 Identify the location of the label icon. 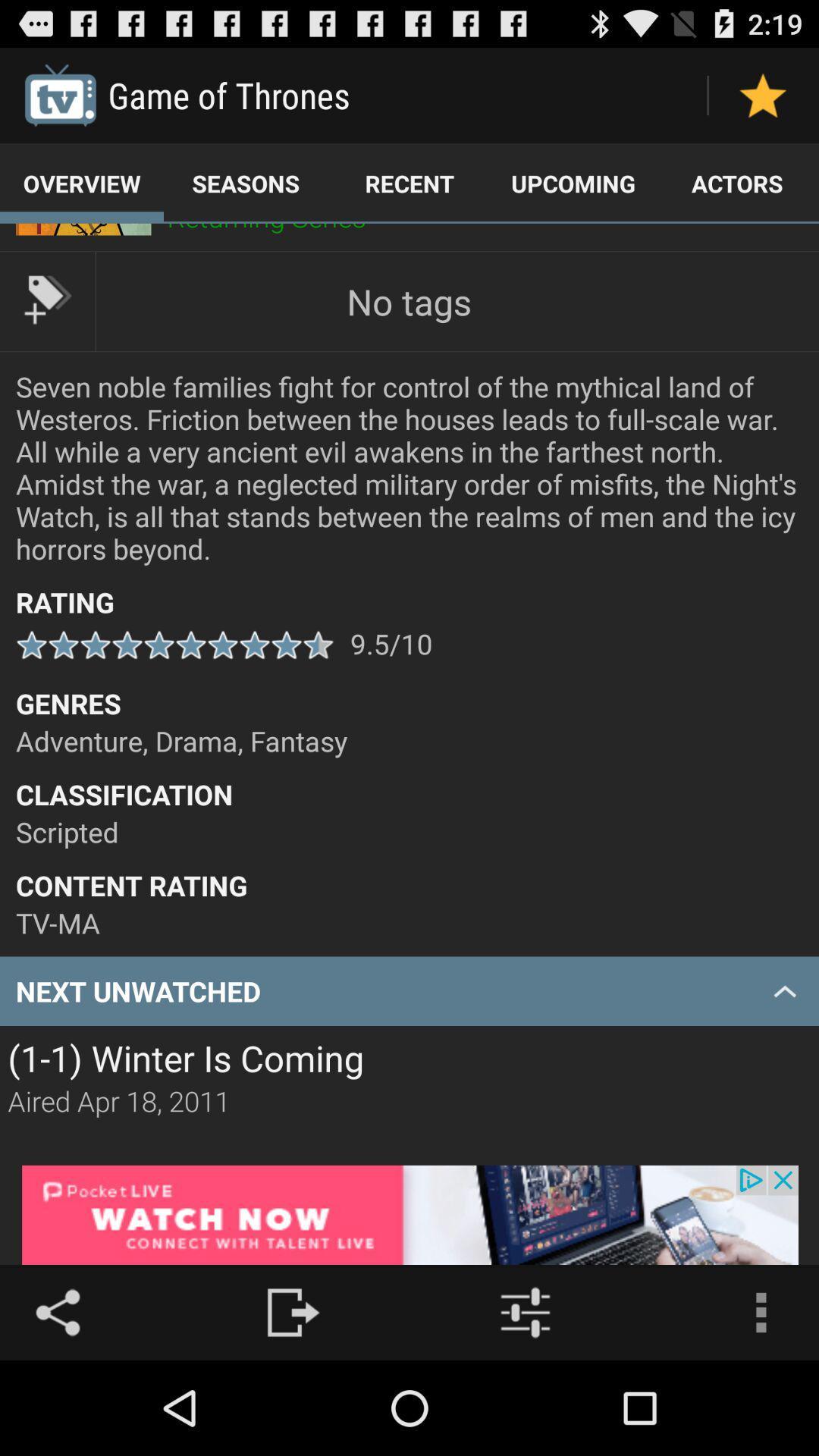
(46, 319).